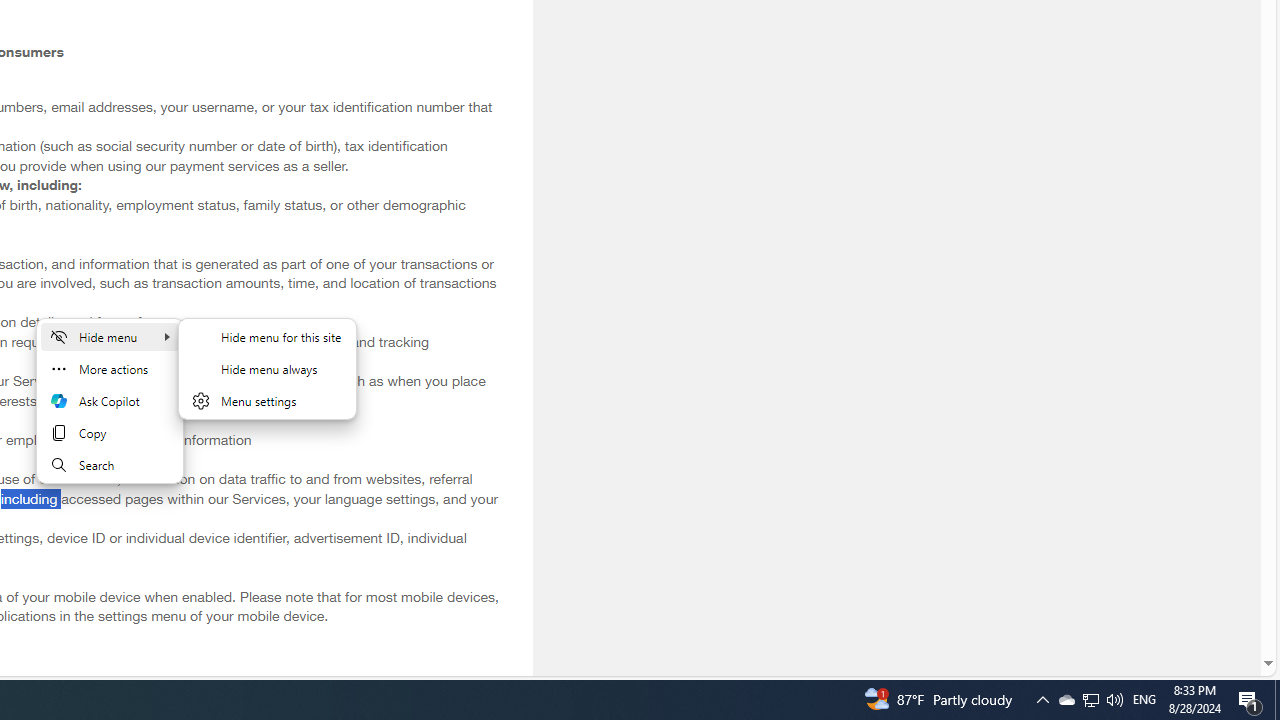  What do you see at coordinates (109, 432) in the screenshot?
I see `'Copy'` at bounding box center [109, 432].